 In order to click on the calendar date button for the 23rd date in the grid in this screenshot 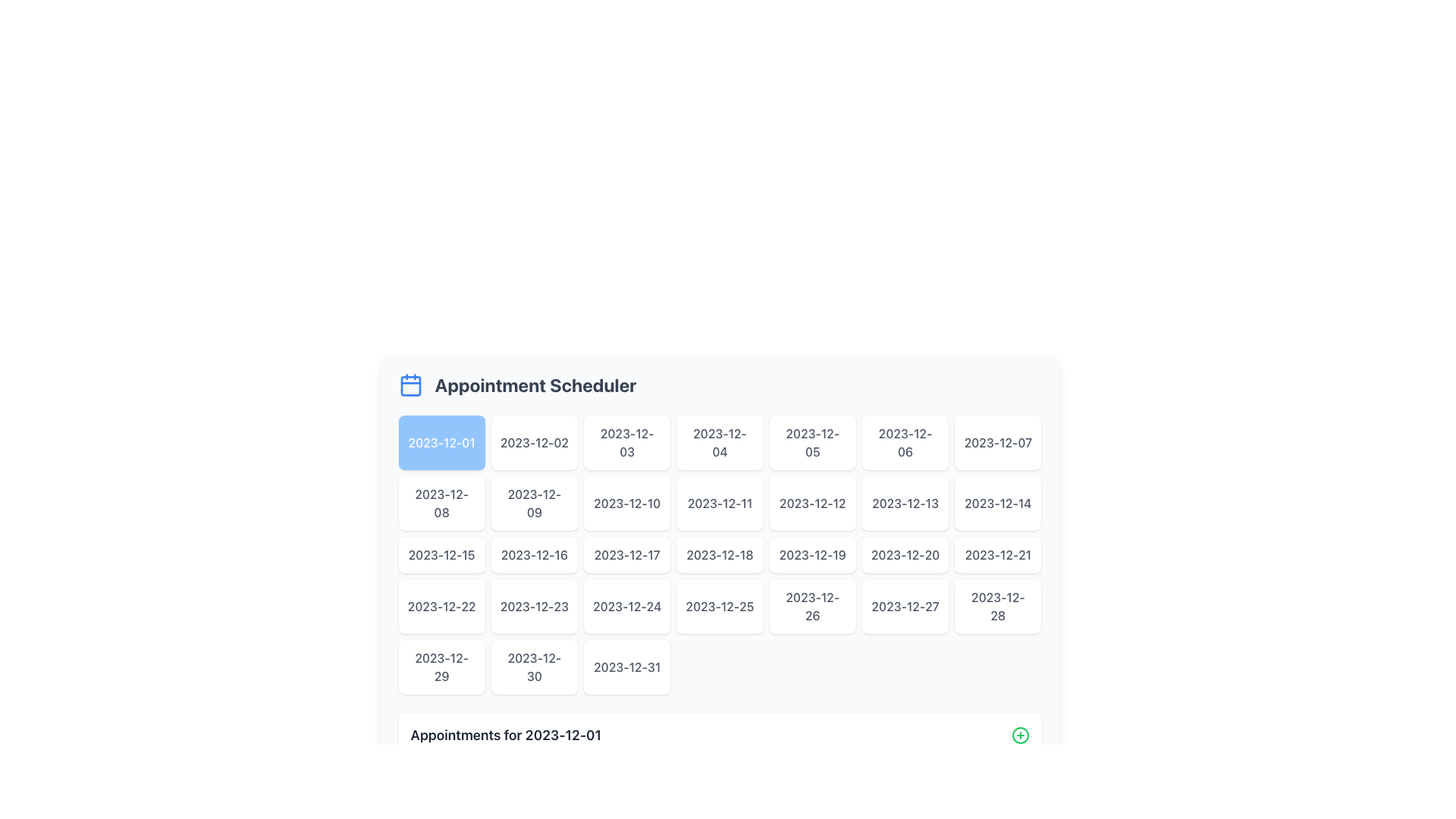, I will do `click(534, 605)`.